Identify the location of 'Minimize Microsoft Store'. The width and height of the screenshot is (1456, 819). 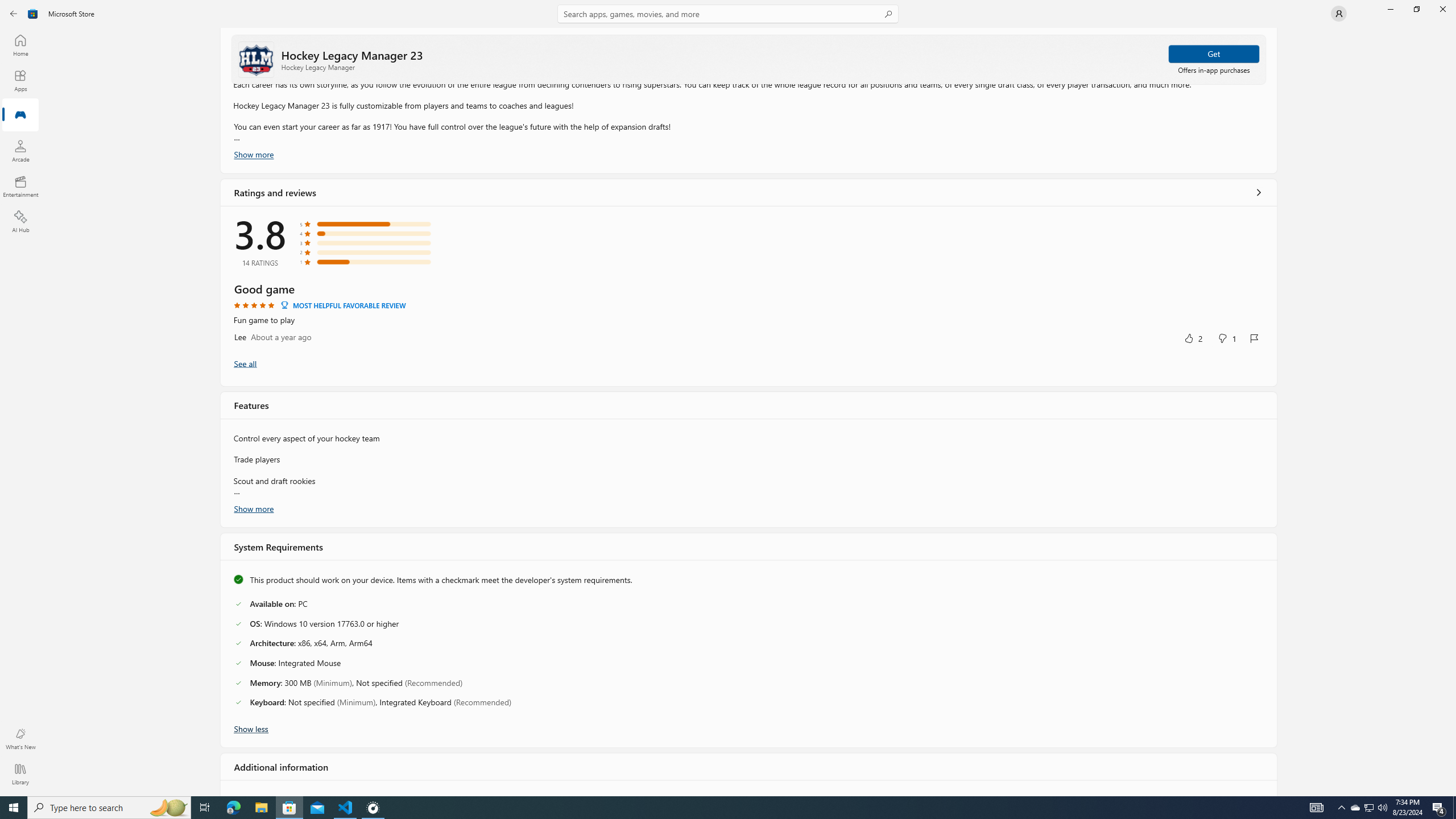
(1389, 9).